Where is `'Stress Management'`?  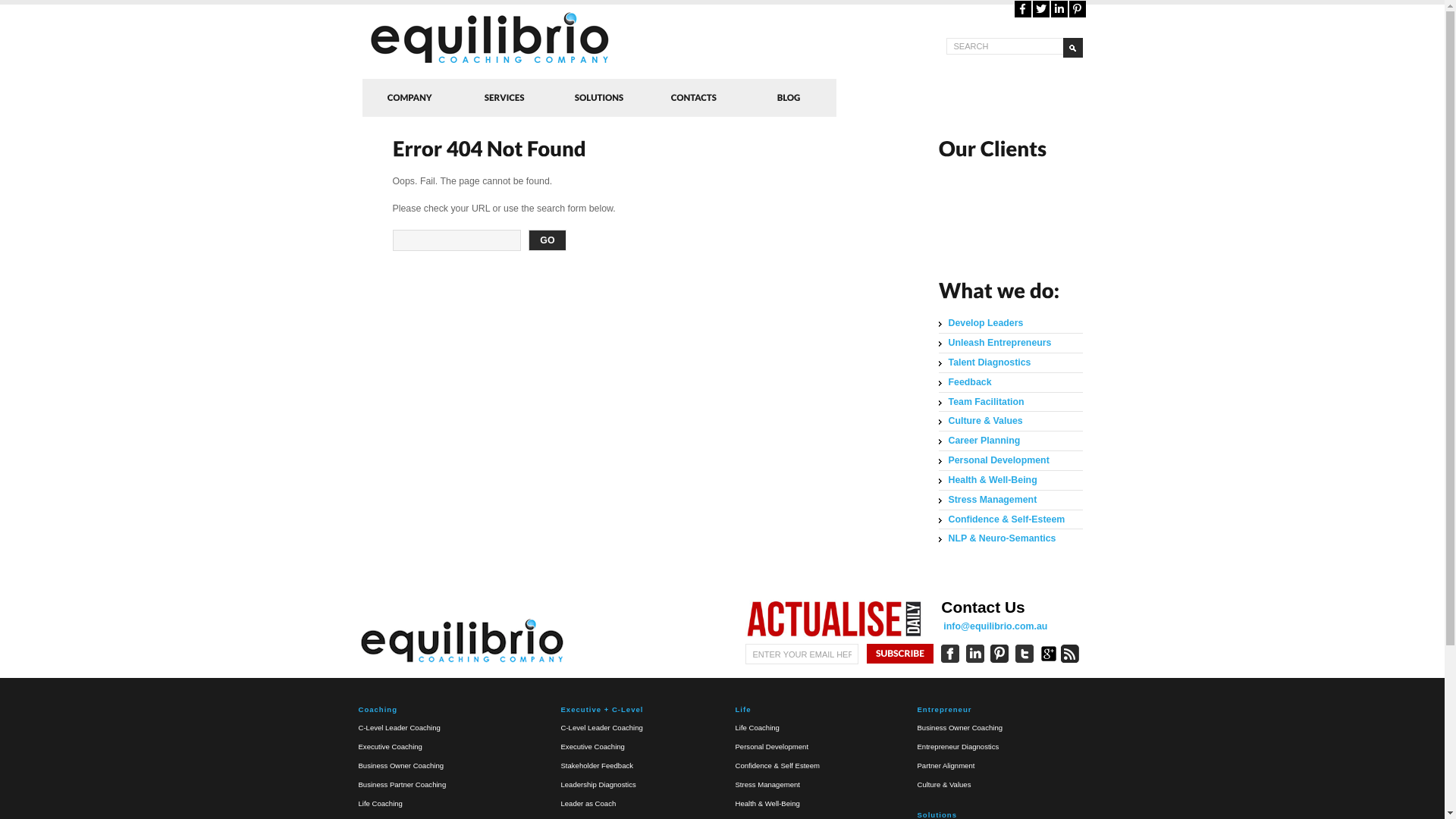 'Stress Management' is located at coordinates (938, 500).